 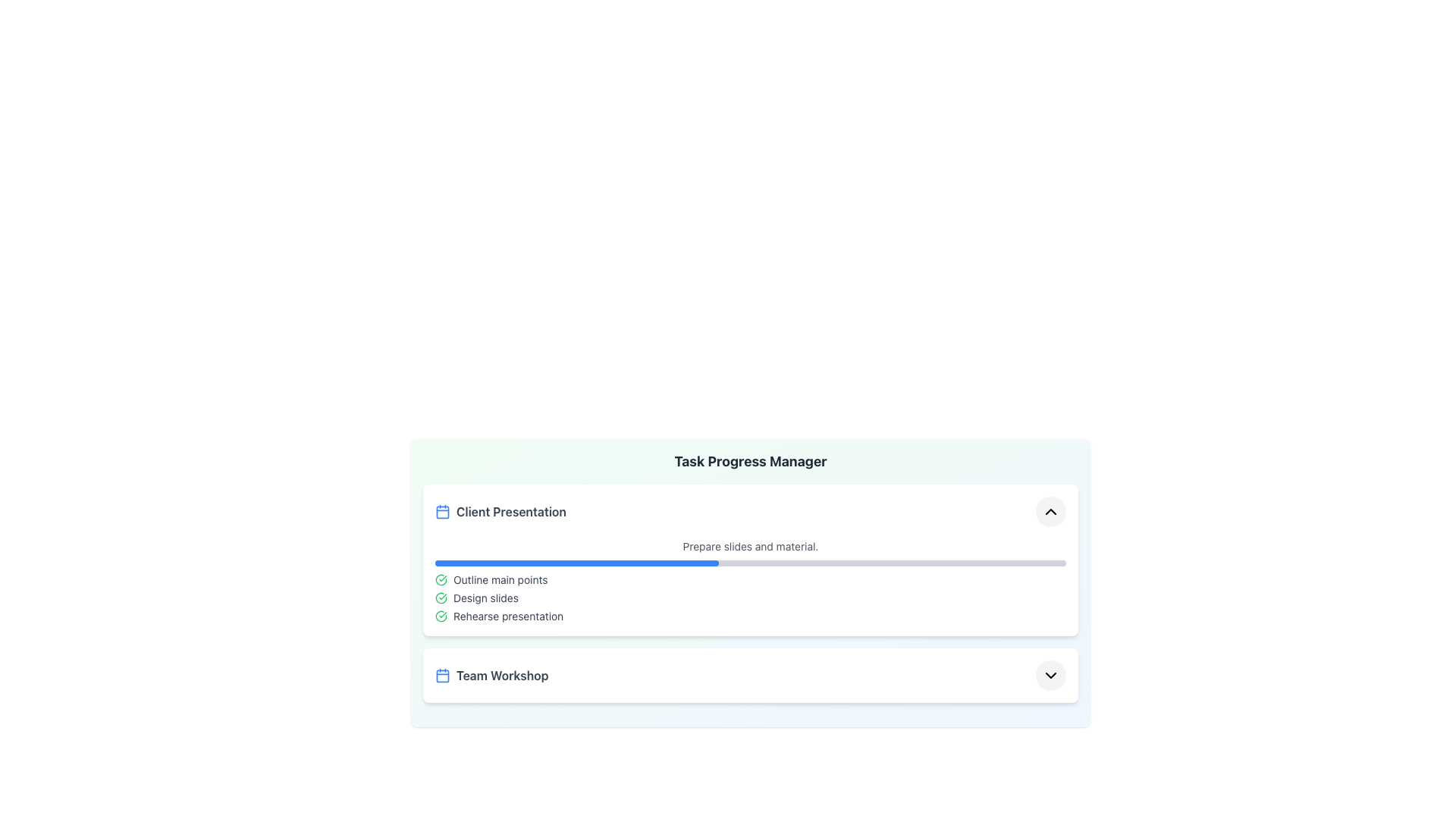 What do you see at coordinates (502, 675) in the screenshot?
I see `the bold text label reading 'Team Workshop' located at the bottom of the task card, below the 'Client Presentation' section` at bounding box center [502, 675].